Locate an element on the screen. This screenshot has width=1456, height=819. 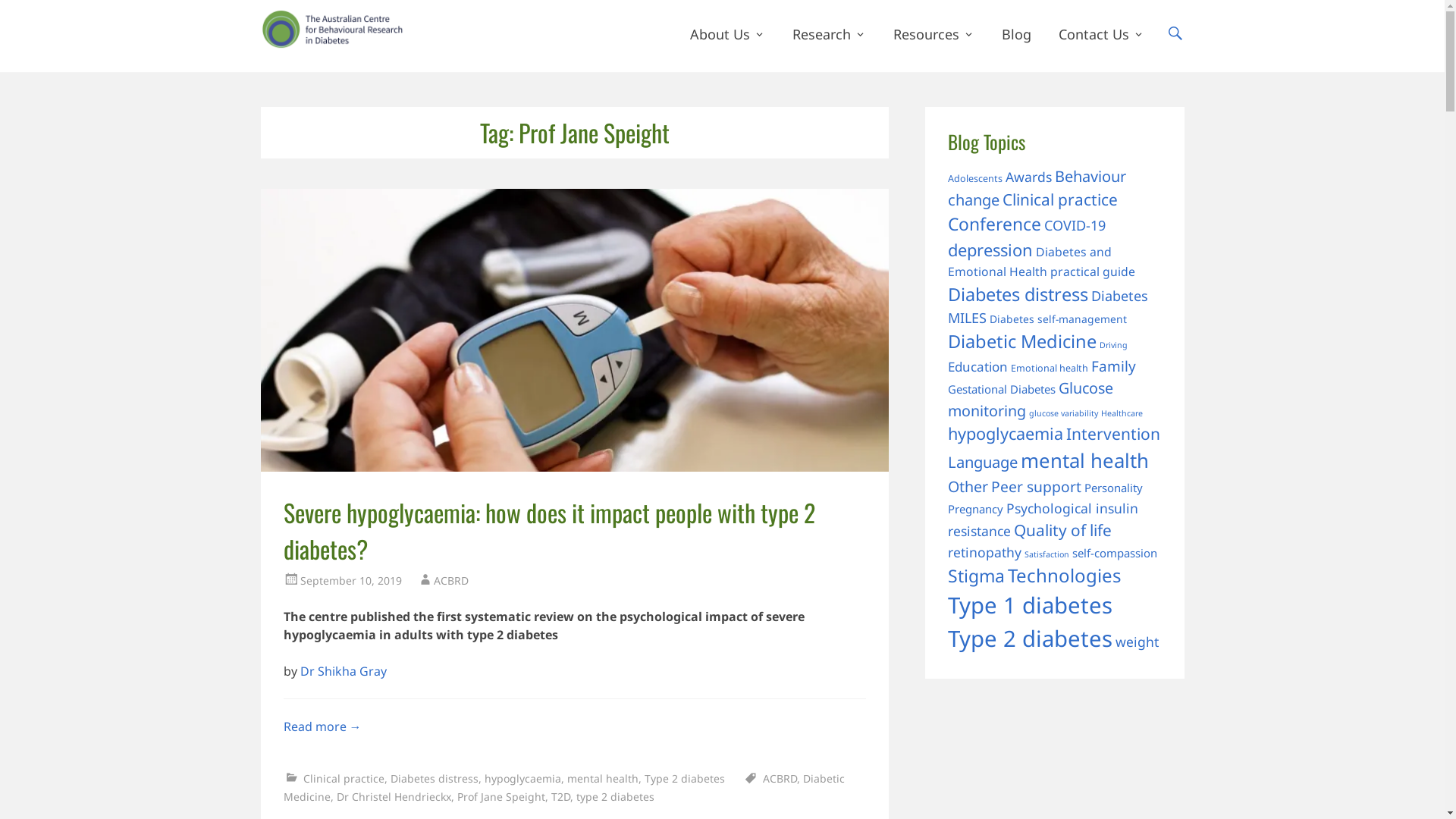
'Adolescents' is located at coordinates (946, 177).